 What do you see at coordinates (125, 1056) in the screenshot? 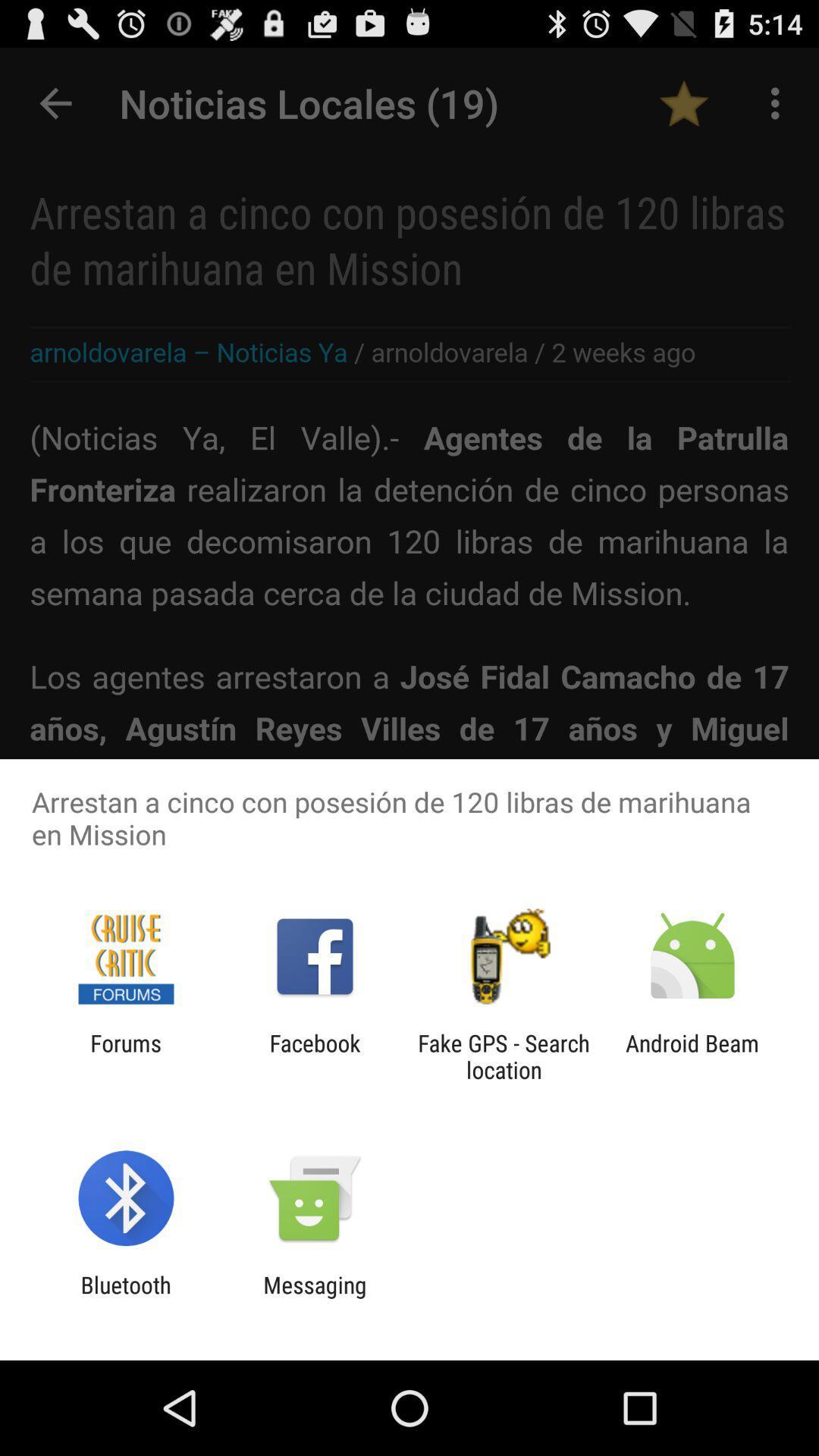
I see `the forums app` at bounding box center [125, 1056].